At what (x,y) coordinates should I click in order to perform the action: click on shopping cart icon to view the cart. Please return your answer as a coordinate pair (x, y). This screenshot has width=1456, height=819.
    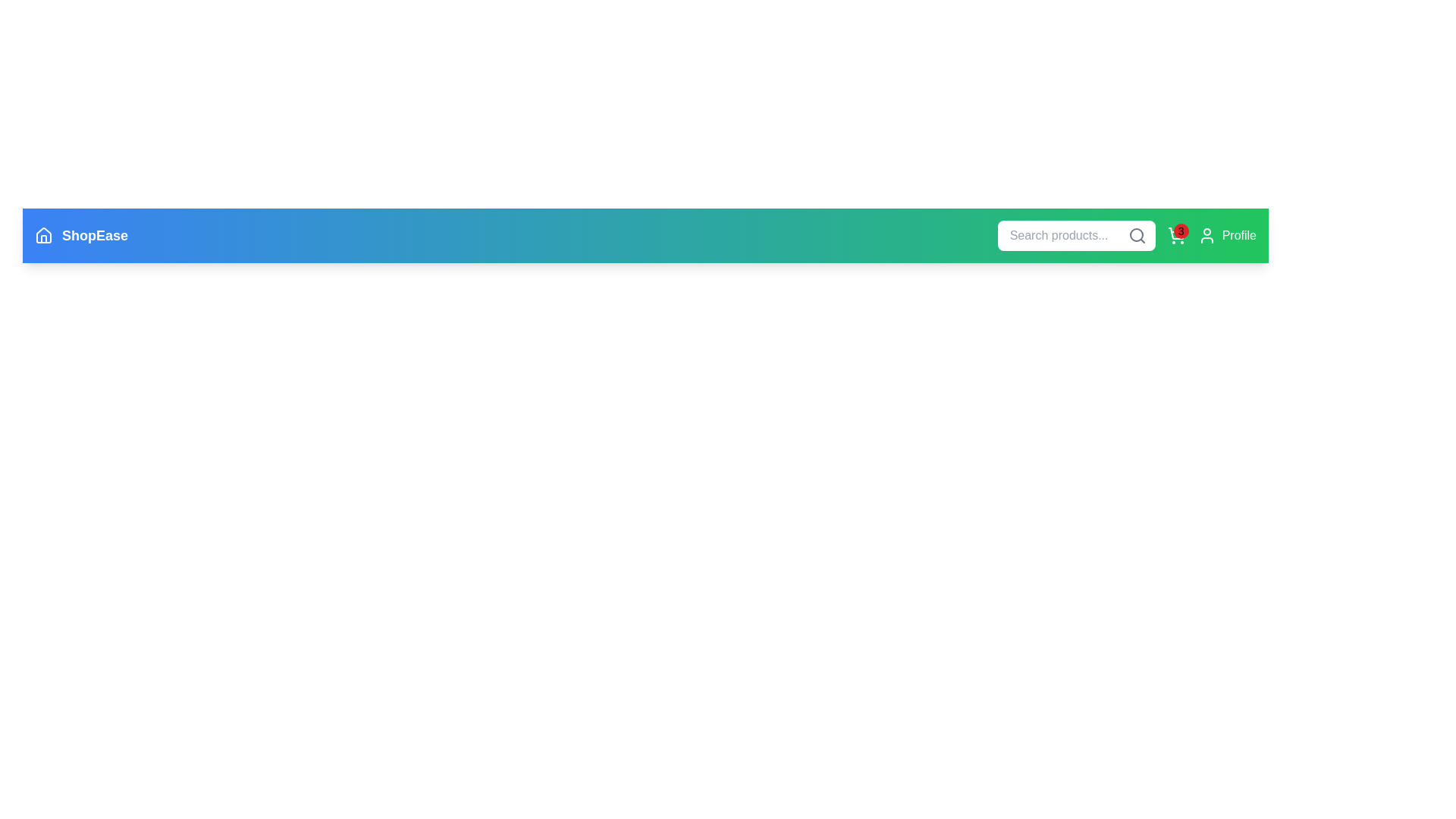
    Looking at the image, I should click on (1175, 236).